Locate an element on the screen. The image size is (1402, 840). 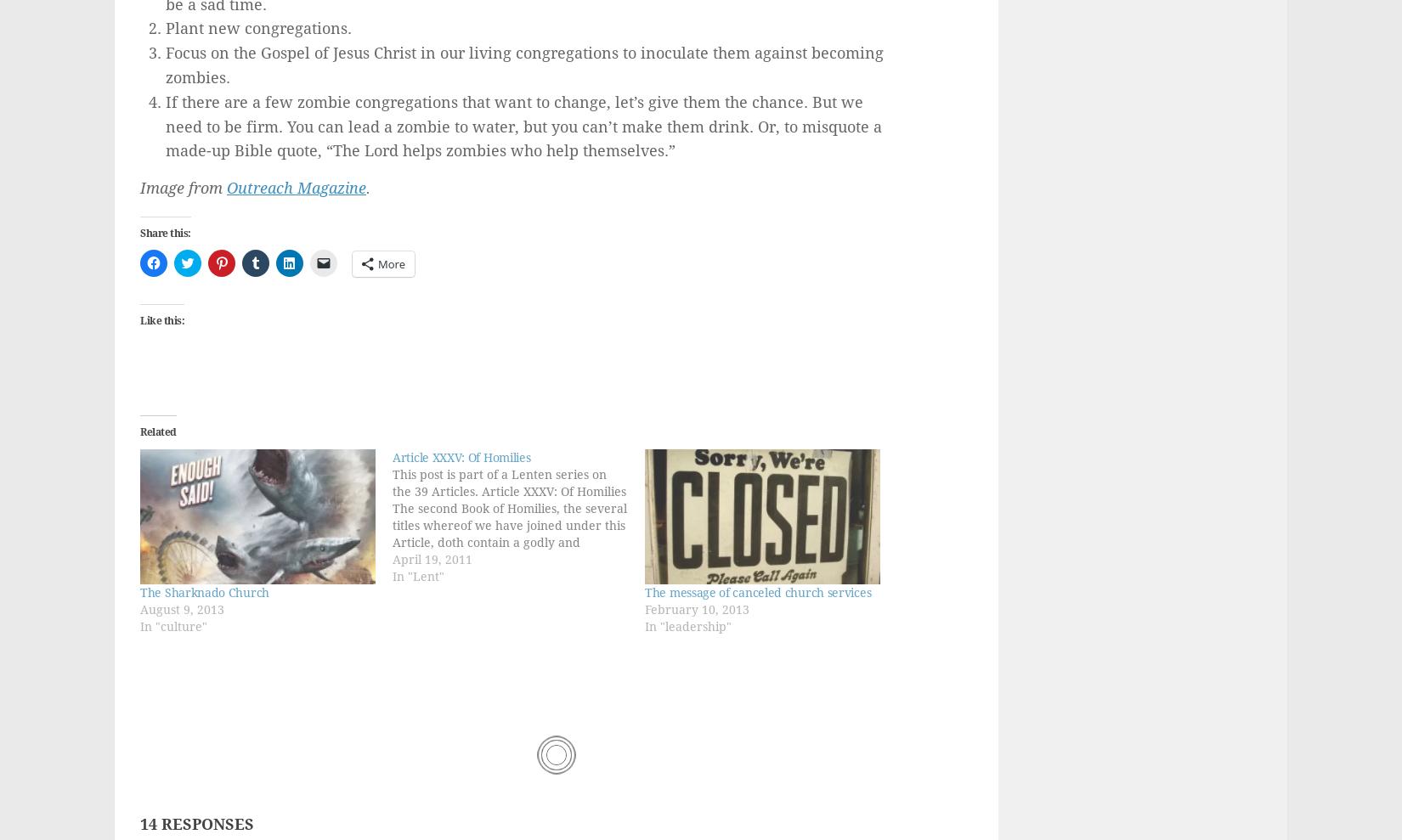
'Focus on the Gospel of Jesus Christ in our living congregations to inoculate them against becoming zombies.' is located at coordinates (523, 65).